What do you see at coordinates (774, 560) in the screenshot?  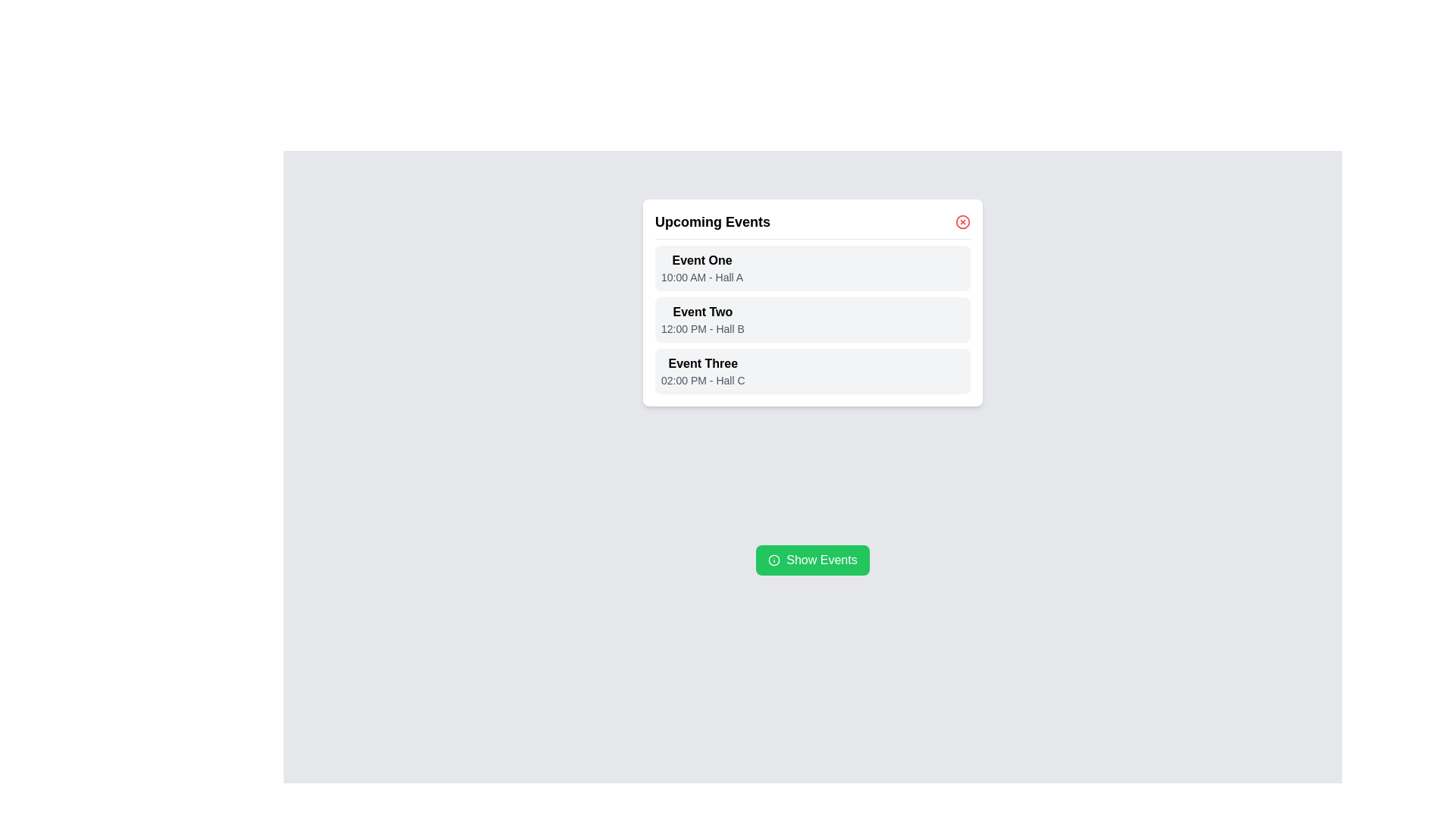 I see `the circular 'i' icon with an outlined border that is part of the 'Show Events' button, located on the left side of the button` at bounding box center [774, 560].